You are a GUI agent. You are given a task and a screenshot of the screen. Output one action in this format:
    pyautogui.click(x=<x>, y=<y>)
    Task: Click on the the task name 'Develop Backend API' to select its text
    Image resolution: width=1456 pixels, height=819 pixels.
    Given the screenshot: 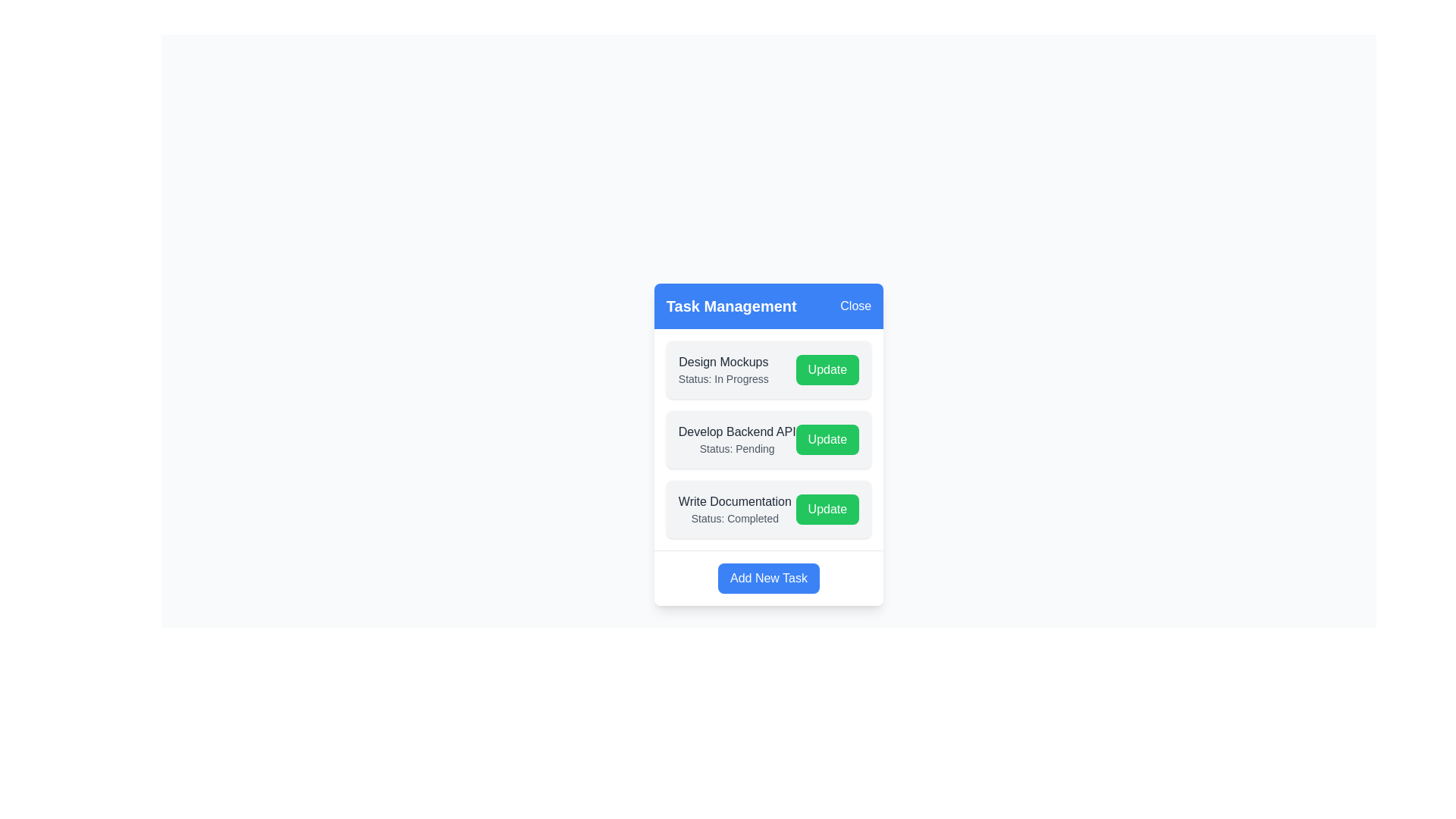 What is the action you would take?
    pyautogui.click(x=736, y=431)
    